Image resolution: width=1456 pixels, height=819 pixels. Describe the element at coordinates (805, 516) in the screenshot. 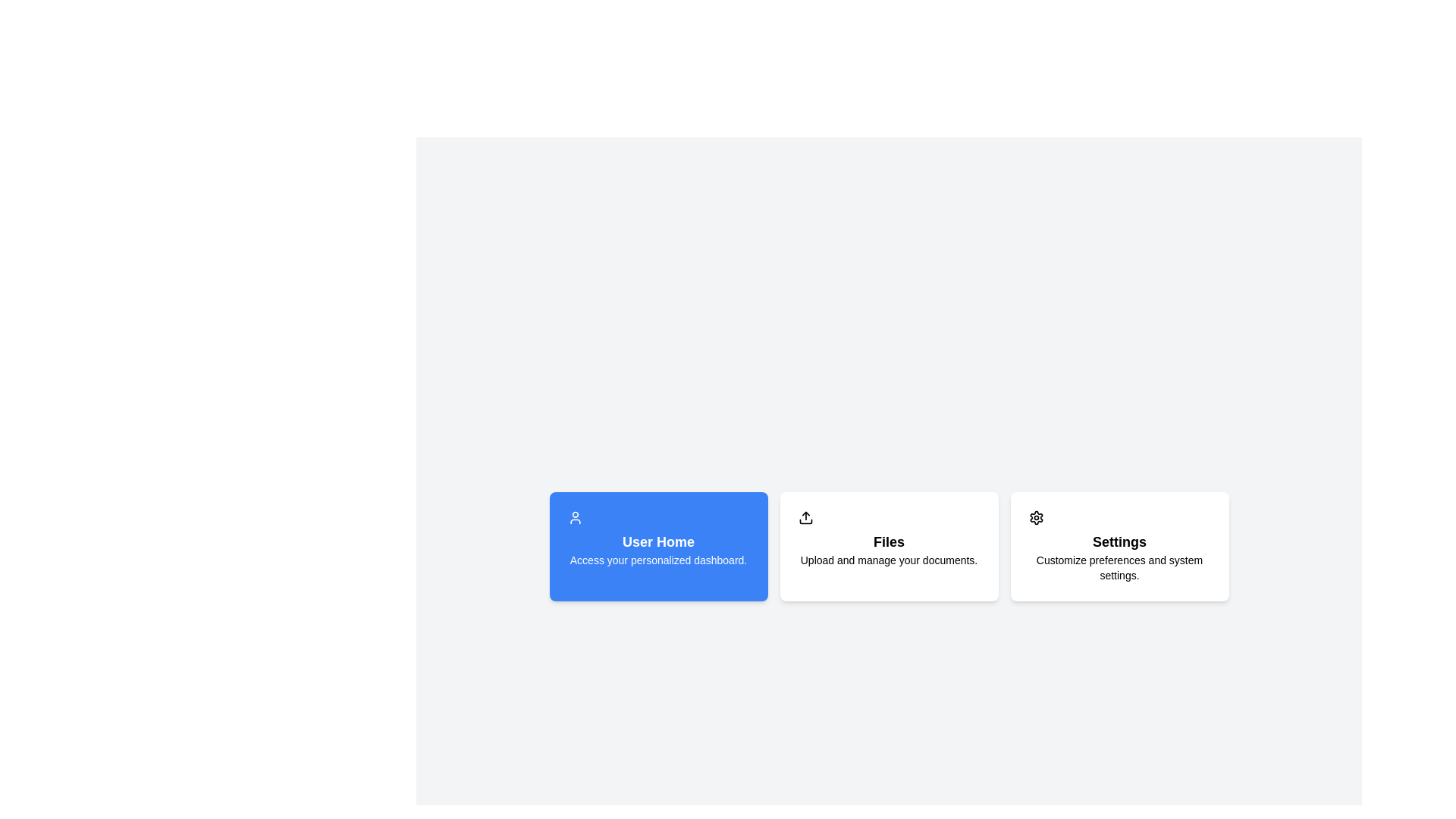

I see `the upload icon with the class identifier 'lucide-upload', located in the upper-left area of the 'Files' card` at that location.